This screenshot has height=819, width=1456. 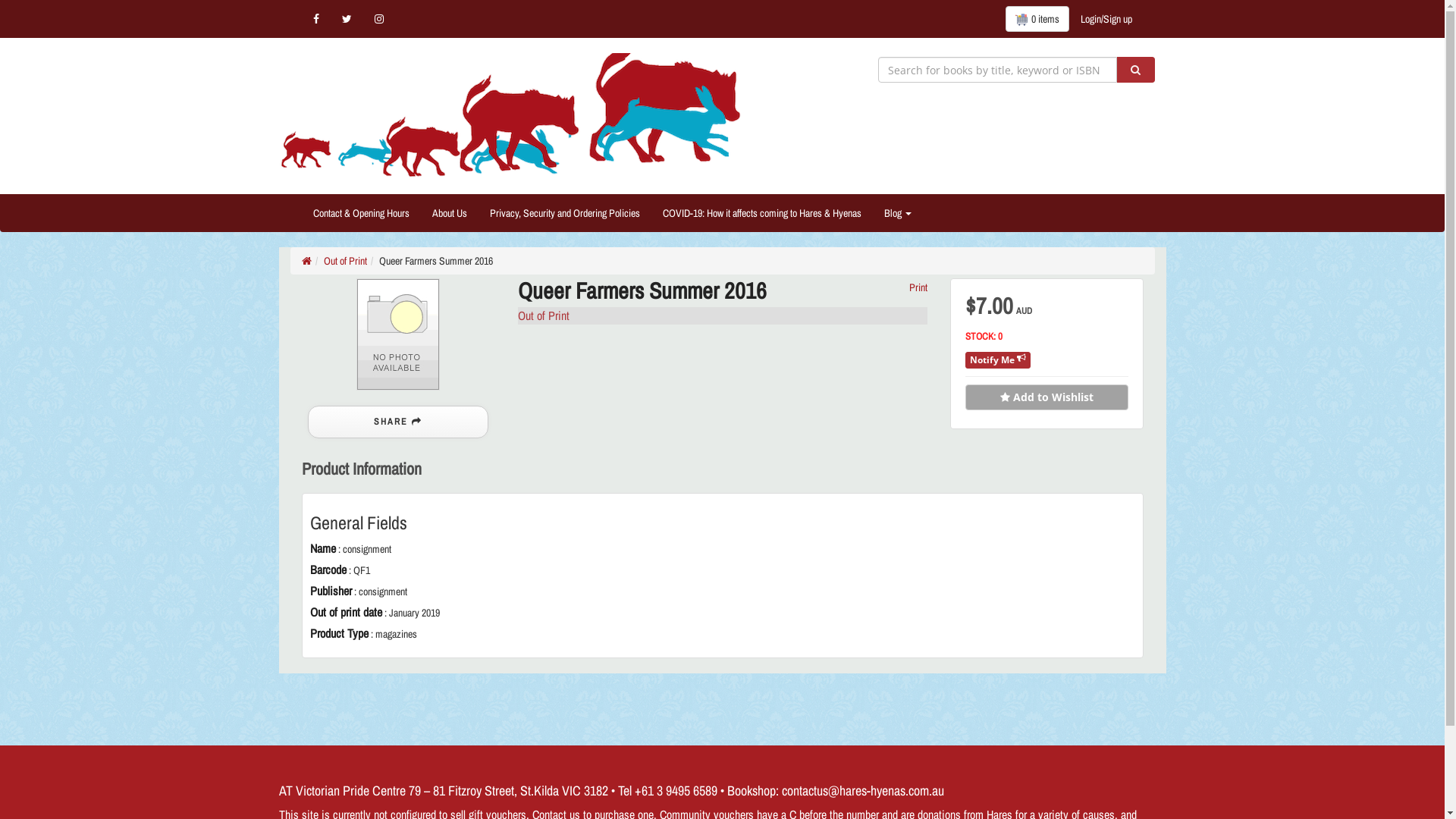 I want to click on 'Notify Me', so click(x=997, y=359).